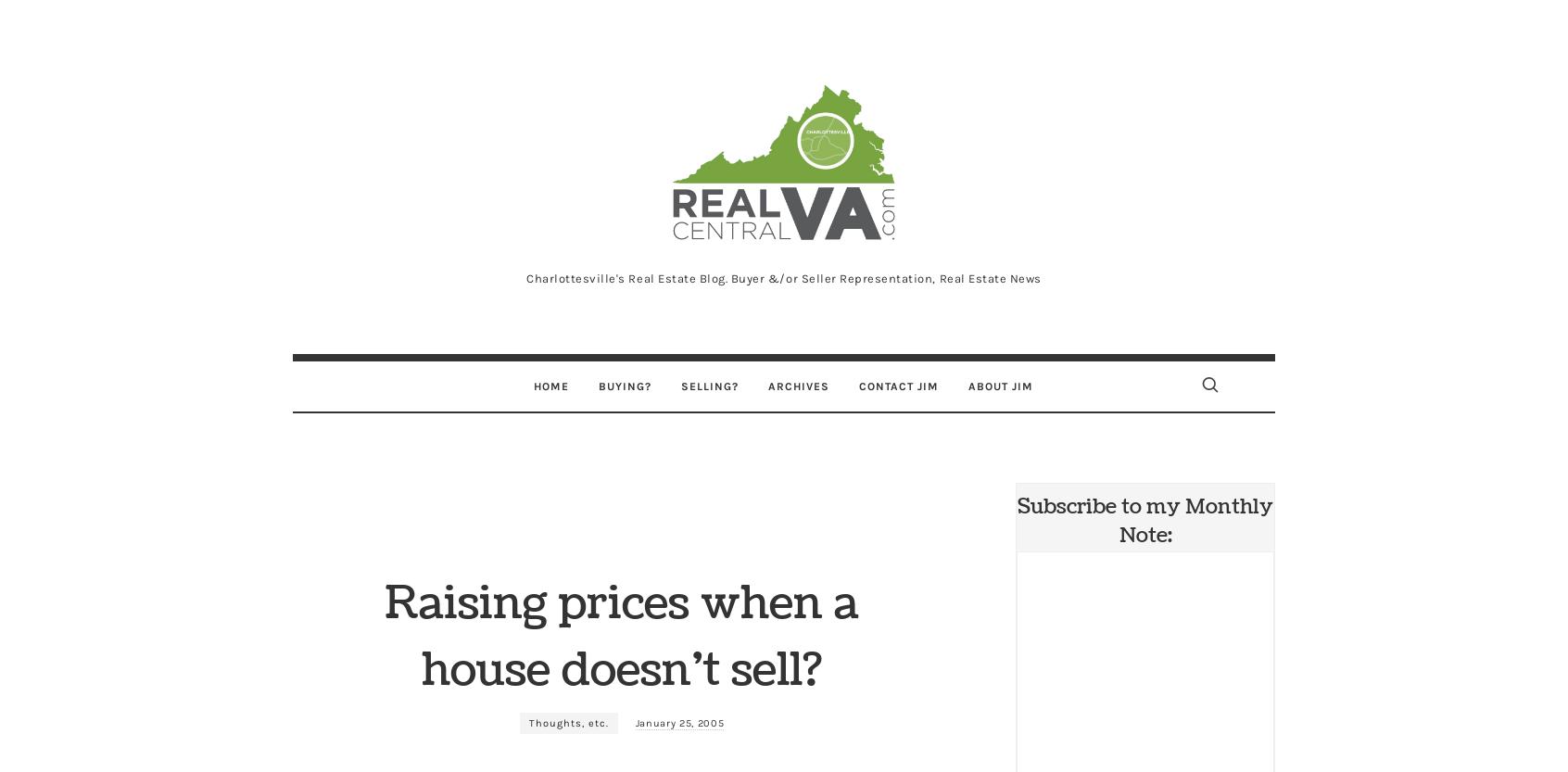  Describe the element at coordinates (567, 722) in the screenshot. I see `'Thoughts, etc.'` at that location.